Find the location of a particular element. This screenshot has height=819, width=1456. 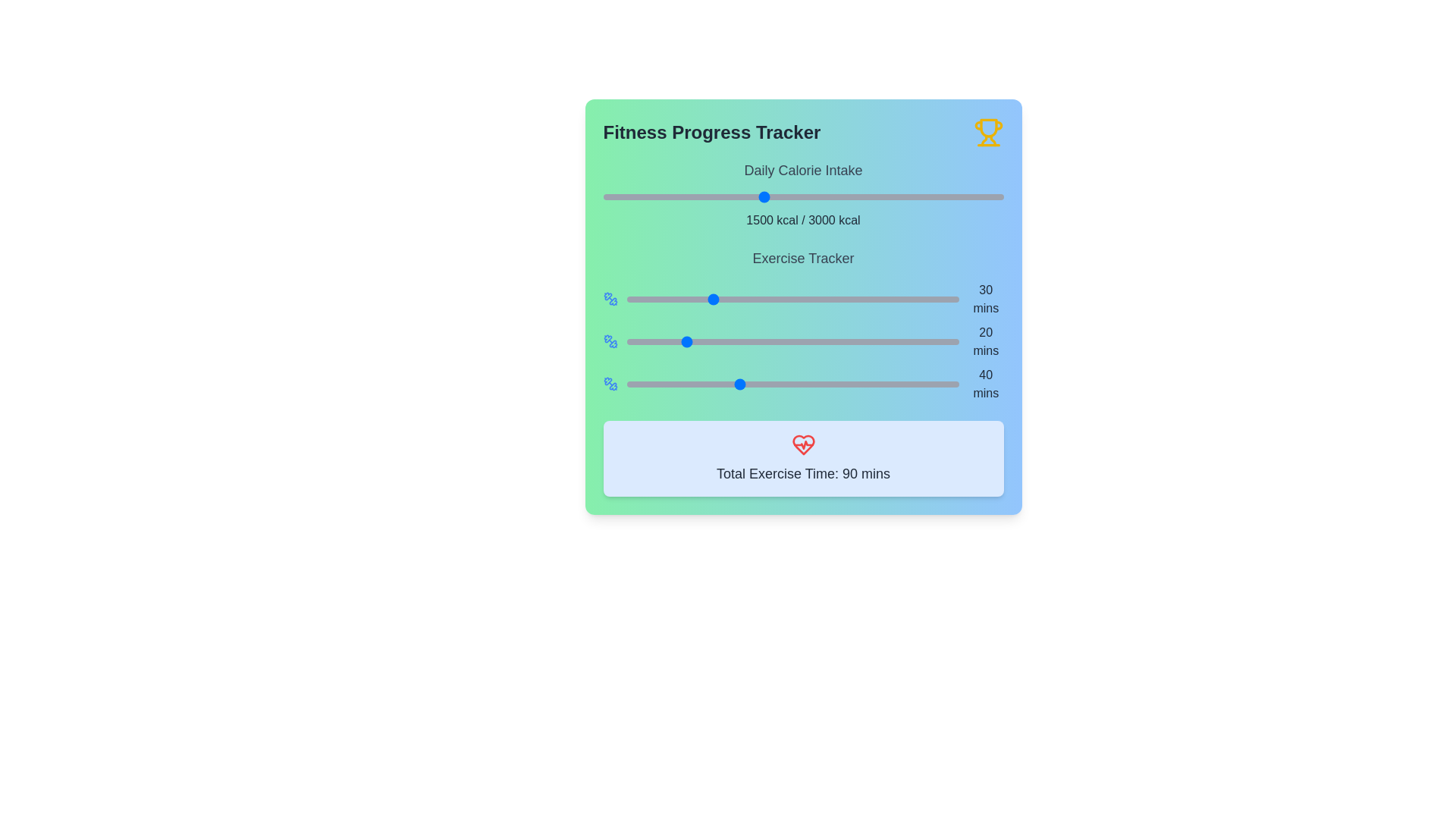

displayed value of the text label '40 mins' which is positioned within the exercise tracker area, aligned to the right of the third exercise tracker slider is located at coordinates (986, 383).